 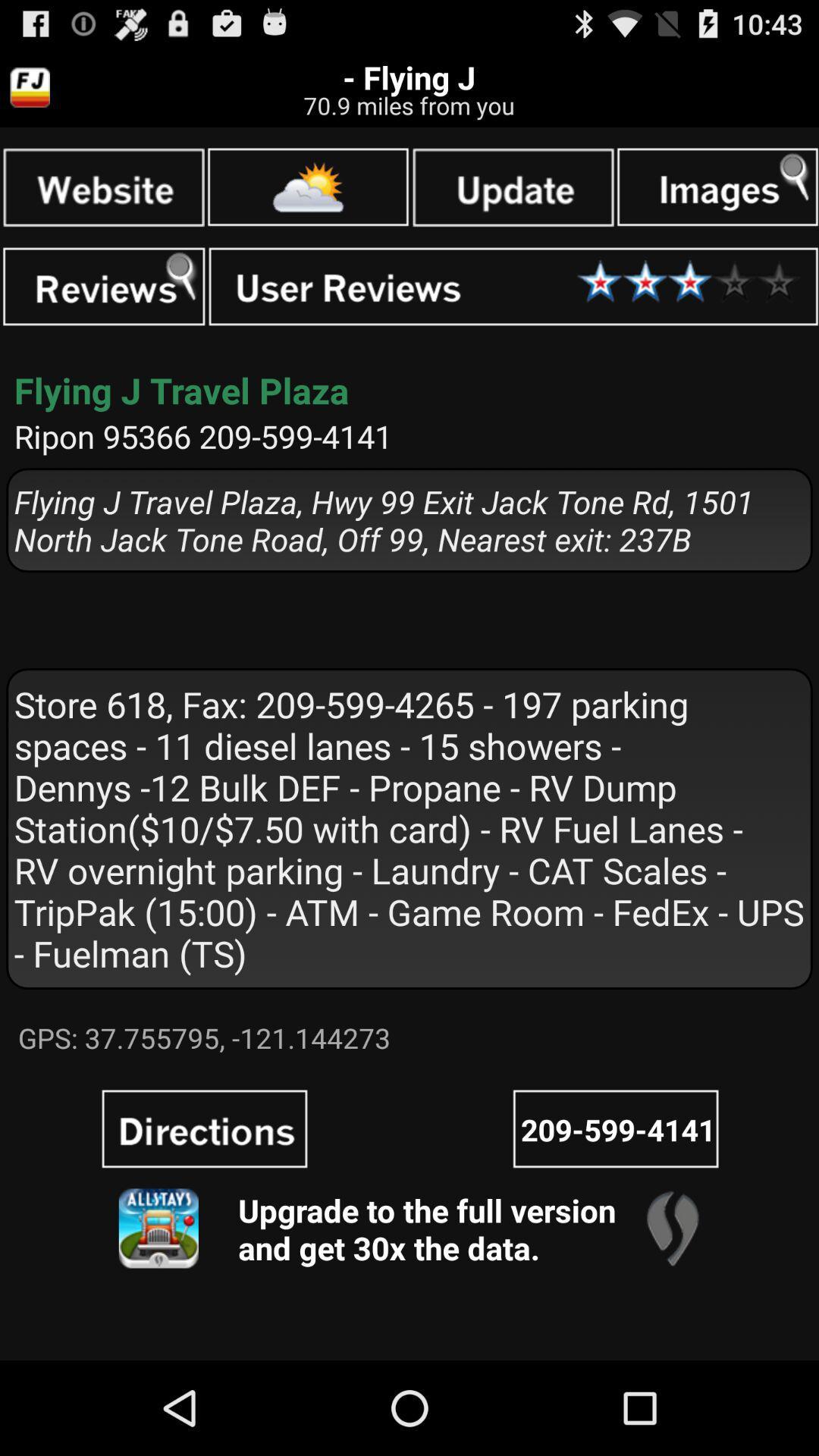 I want to click on directions, so click(x=205, y=1128).